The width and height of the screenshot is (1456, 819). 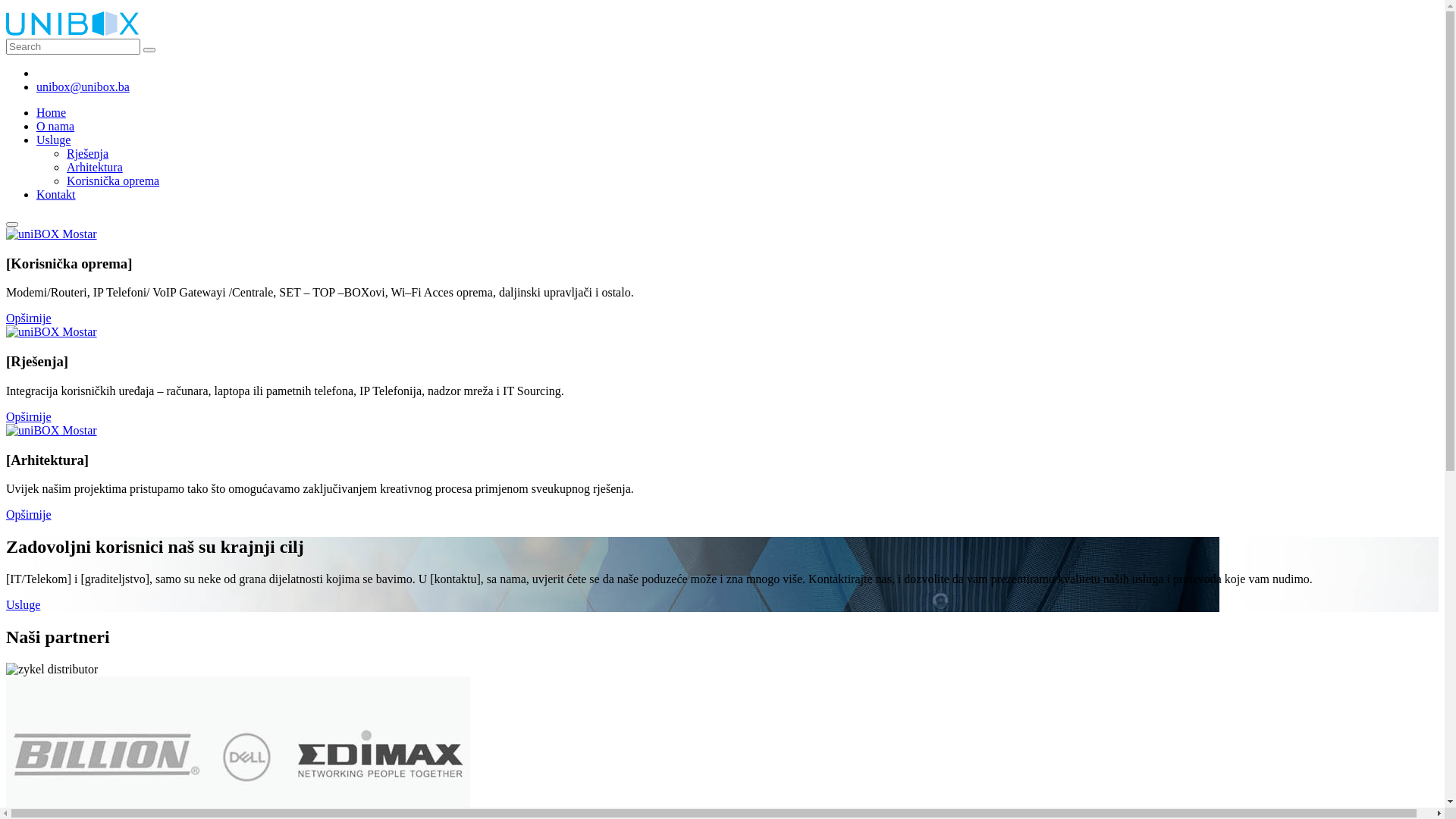 I want to click on 'O nama', so click(x=55, y=125).